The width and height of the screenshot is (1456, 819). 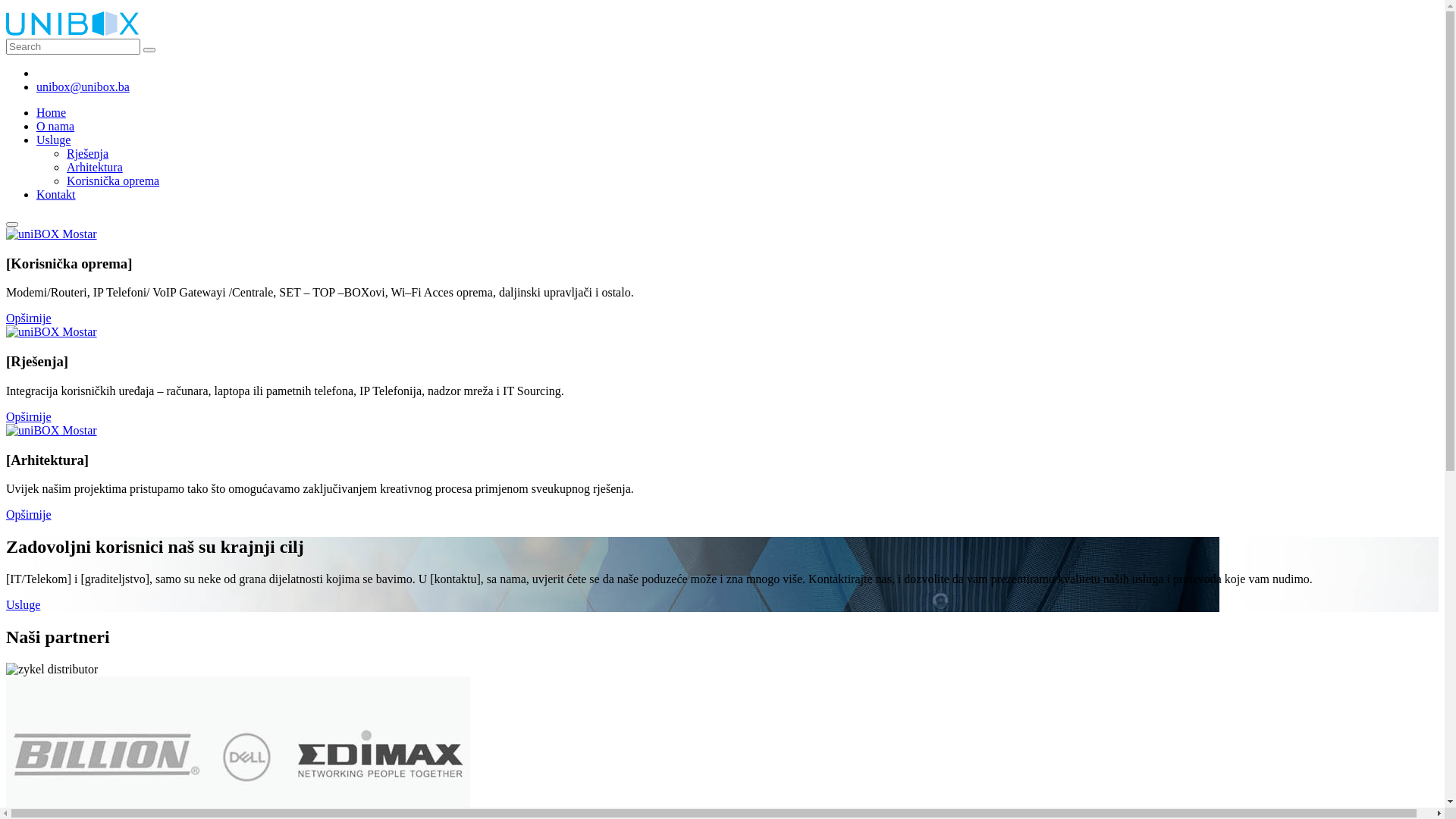 I want to click on 'O nama', so click(x=55, y=125).